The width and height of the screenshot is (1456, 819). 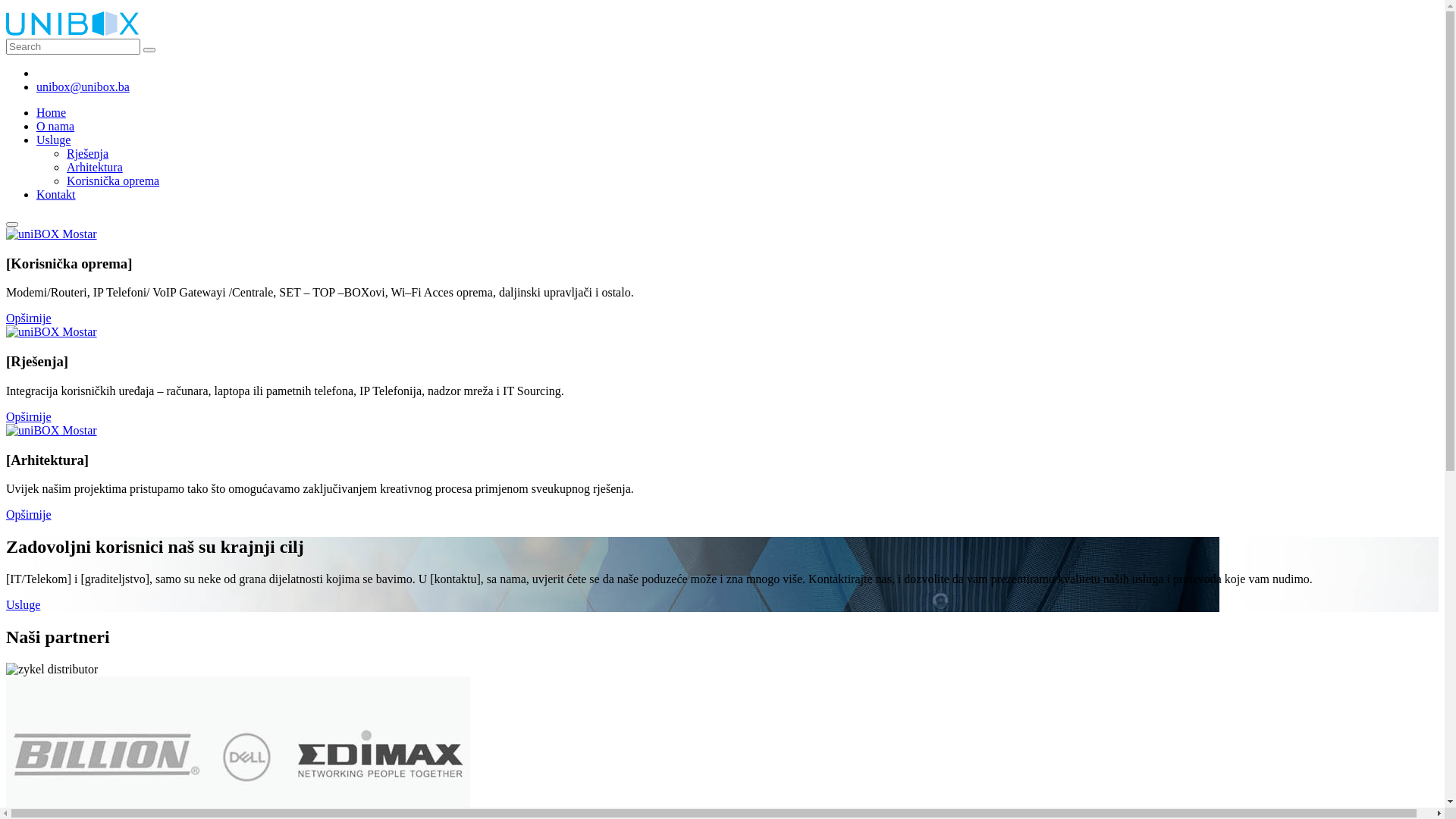 I want to click on 'O nama', so click(x=55, y=125).